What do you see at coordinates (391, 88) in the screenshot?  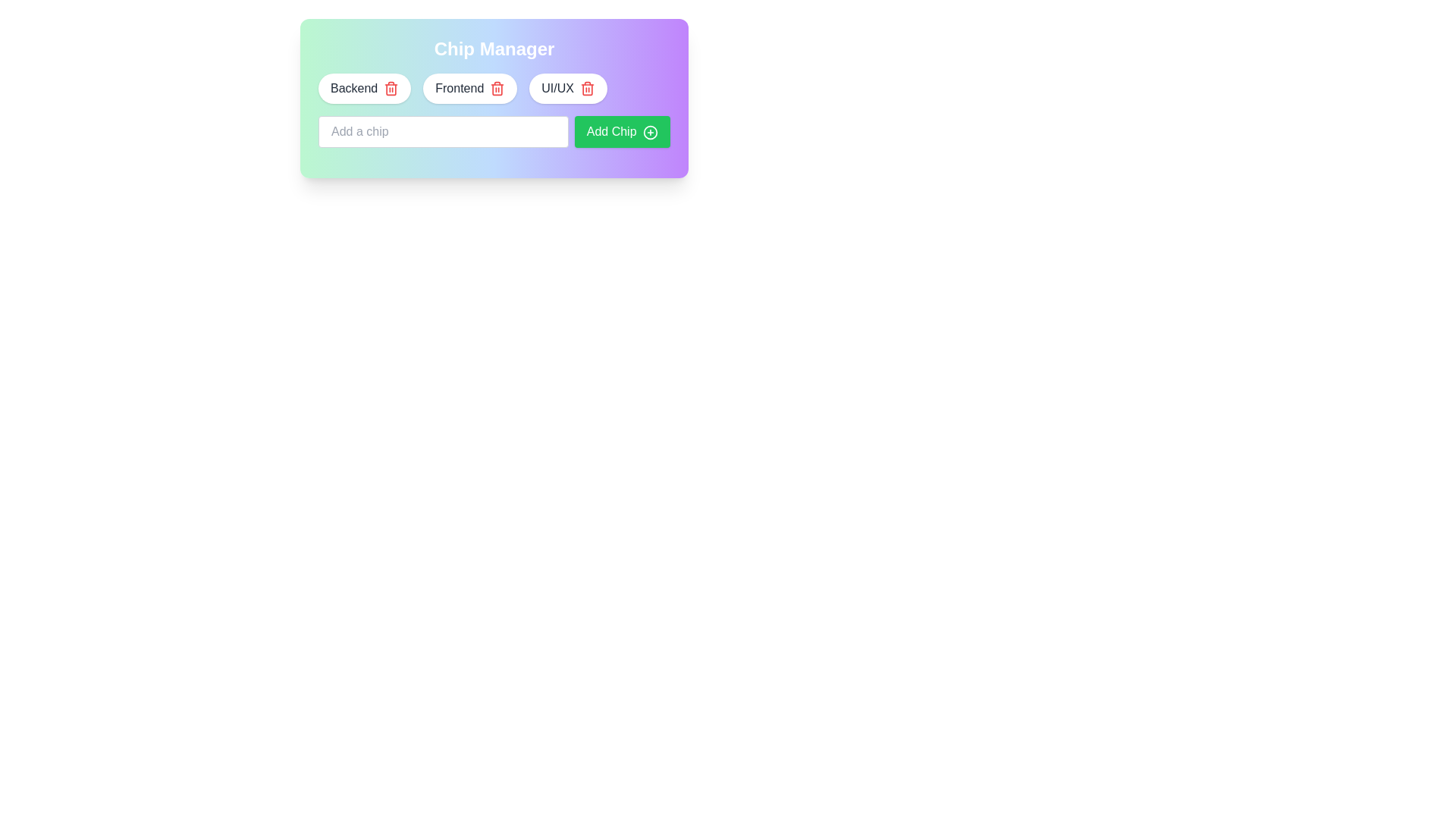 I see `the red trash icon within the 'Backend' chip` at bounding box center [391, 88].